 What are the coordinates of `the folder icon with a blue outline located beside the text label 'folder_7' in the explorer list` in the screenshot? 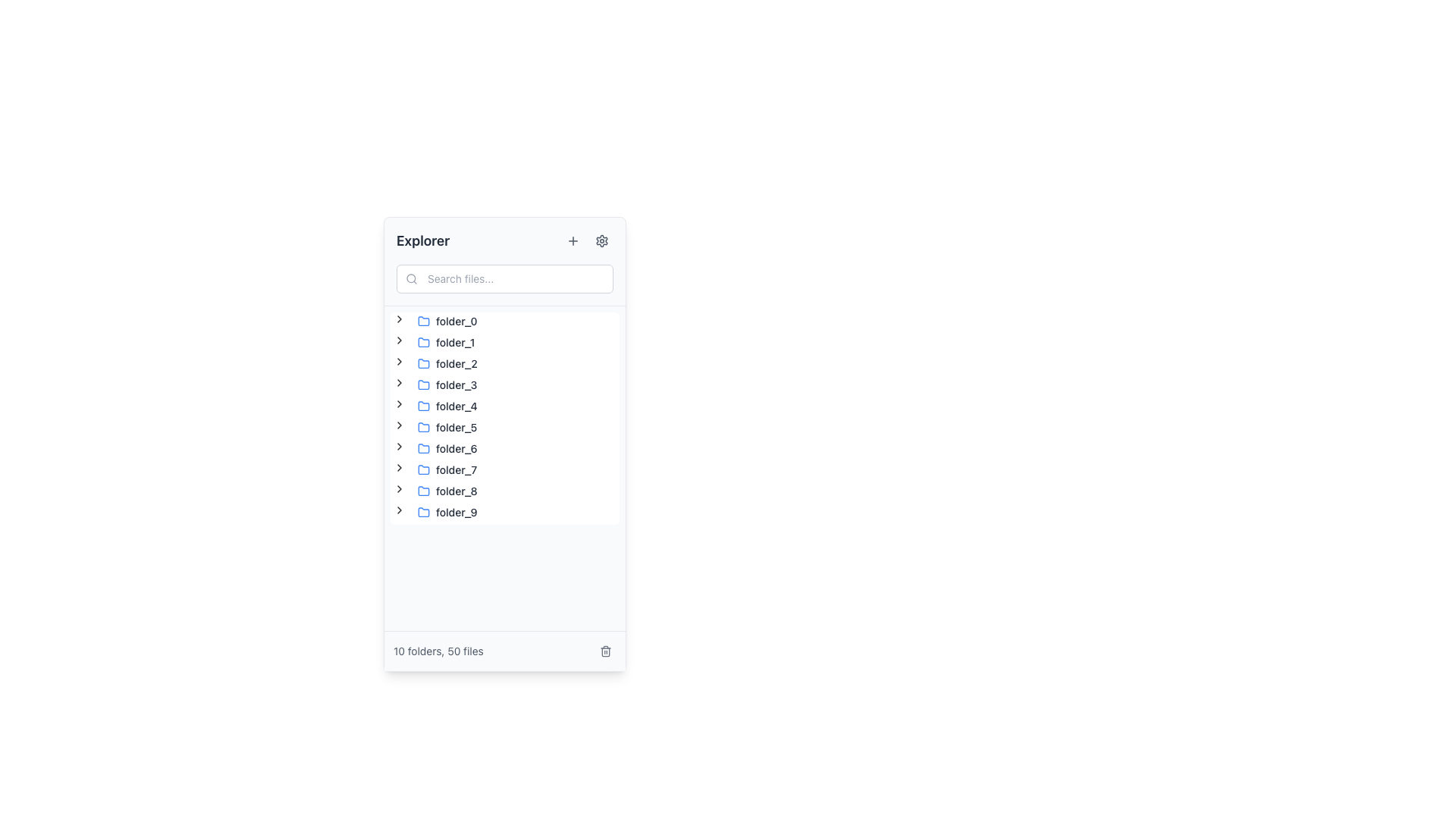 It's located at (423, 469).